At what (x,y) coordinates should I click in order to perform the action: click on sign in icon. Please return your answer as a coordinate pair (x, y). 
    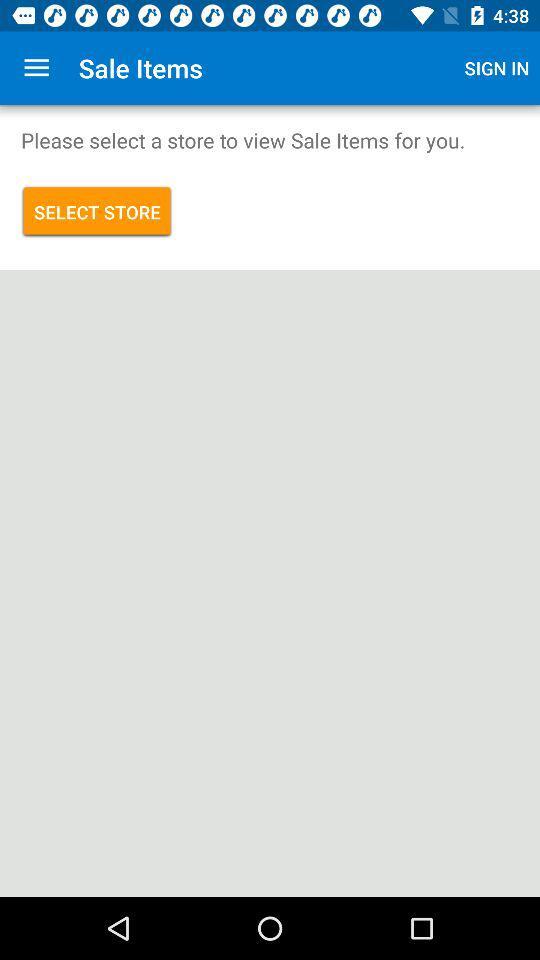
    Looking at the image, I should click on (496, 68).